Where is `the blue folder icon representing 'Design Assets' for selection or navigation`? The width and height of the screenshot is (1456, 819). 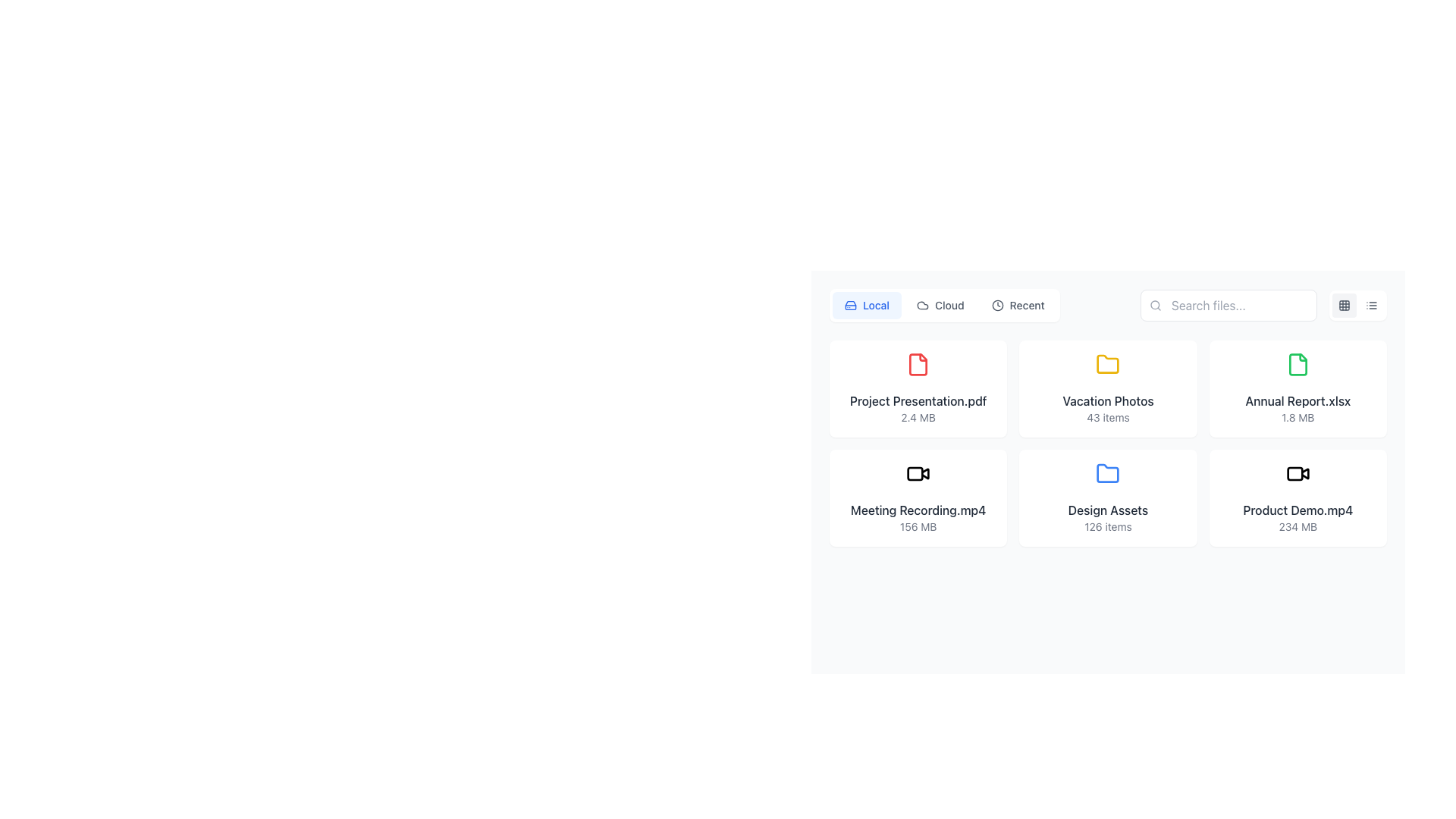 the blue folder icon representing 'Design Assets' for selection or navigation is located at coordinates (1108, 472).